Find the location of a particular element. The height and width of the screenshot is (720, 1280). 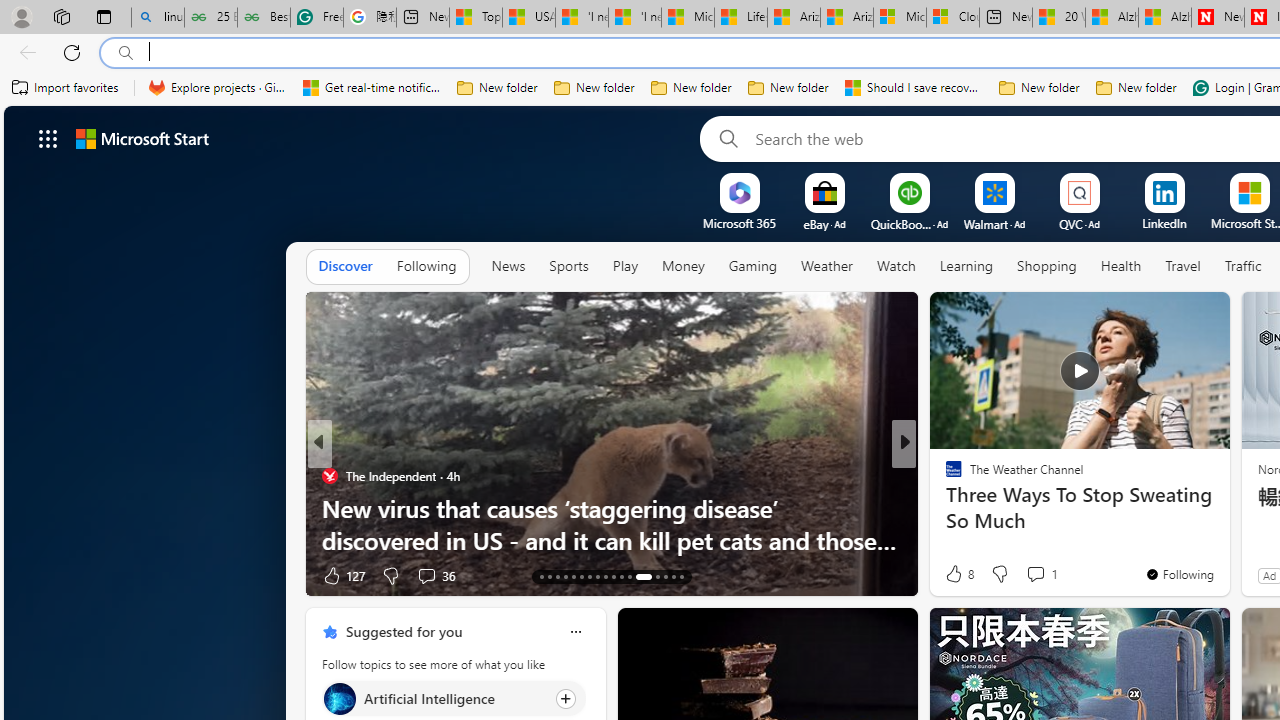

'Should I save recovered Word documents? - Microsoft Support' is located at coordinates (912, 87).